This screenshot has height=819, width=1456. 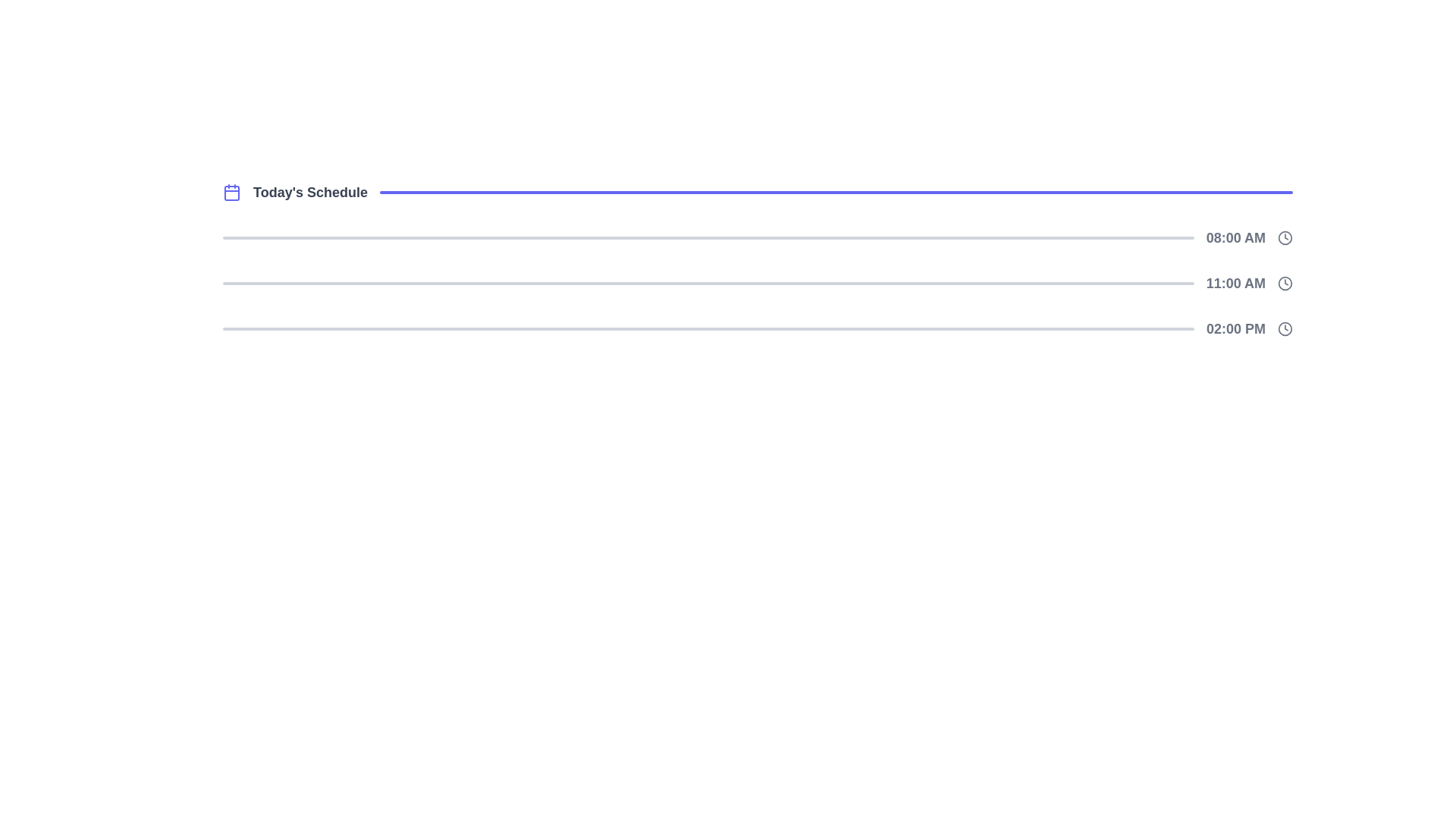 What do you see at coordinates (1235, 328) in the screenshot?
I see `text from the Text Label displaying '02:00 PM', which is styled in light gray, large font, and bold, aligned to the right in a list` at bounding box center [1235, 328].